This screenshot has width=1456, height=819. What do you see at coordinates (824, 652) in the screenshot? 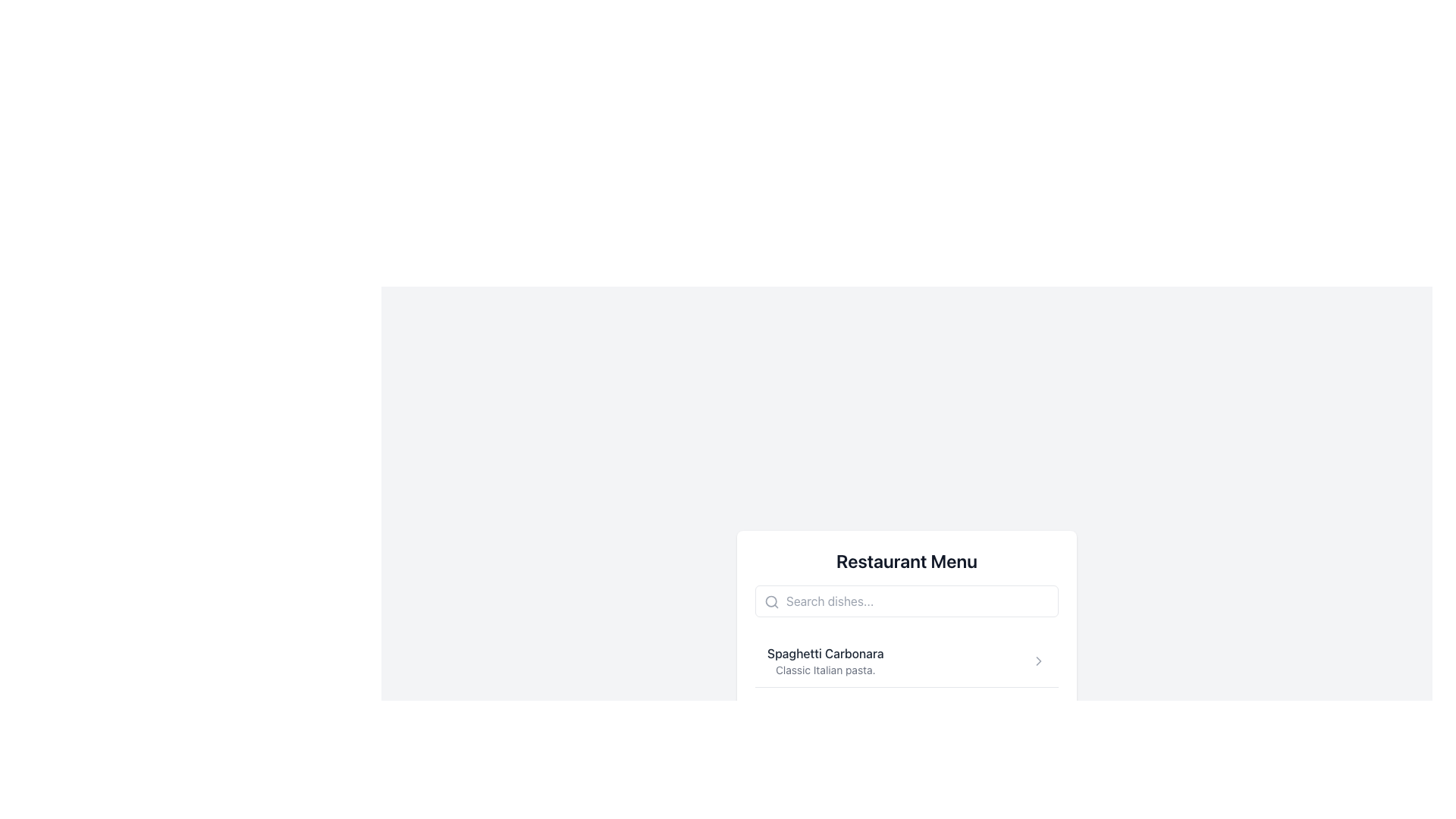
I see `the Text Label displaying 'Spaghetti Carbonara', which is styled in bold dark gray and positioned prominently above the smaller text in the 'Restaurant Menu' section` at bounding box center [824, 652].